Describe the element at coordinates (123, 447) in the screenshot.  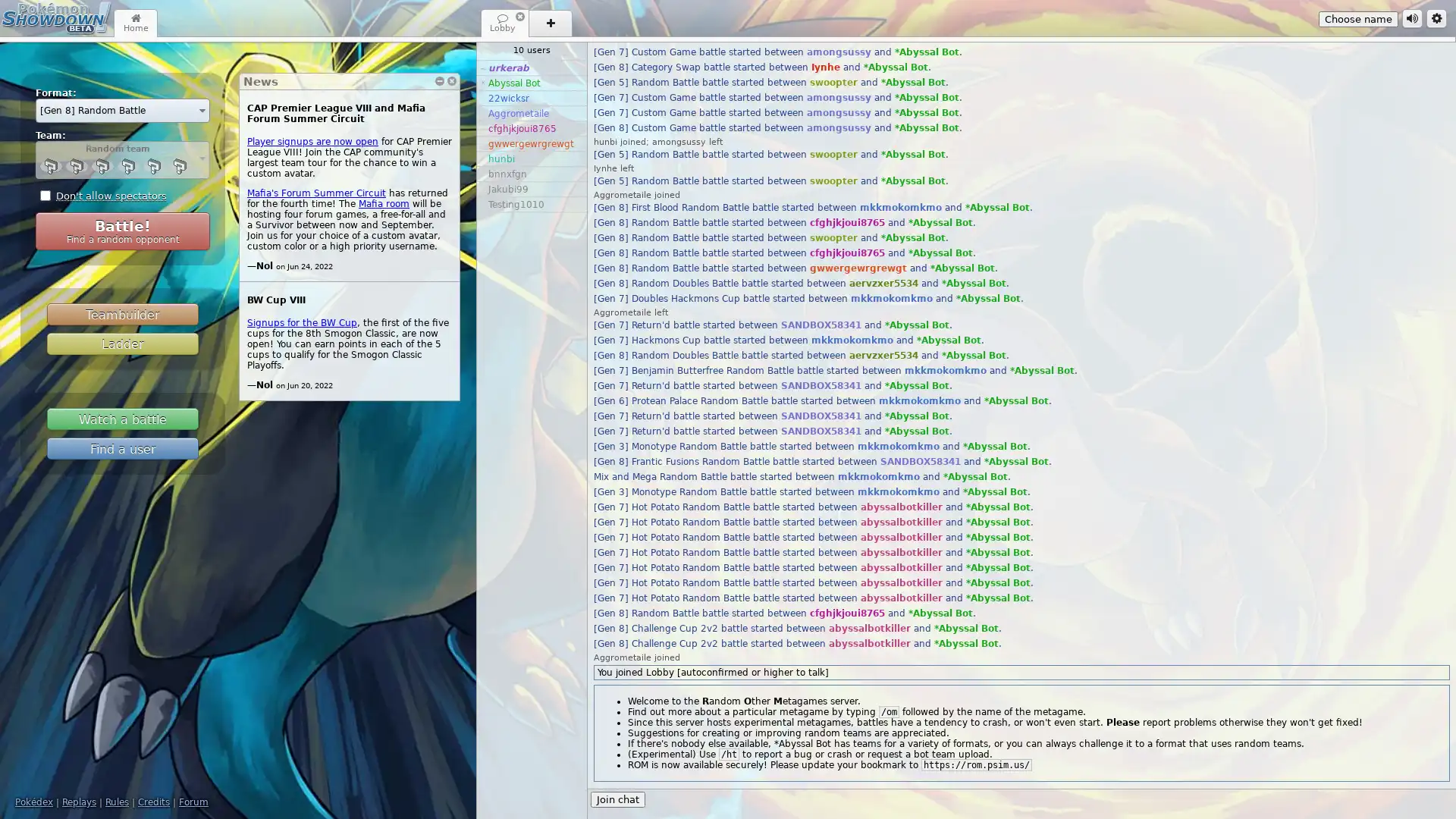
I see `Find a user` at that location.